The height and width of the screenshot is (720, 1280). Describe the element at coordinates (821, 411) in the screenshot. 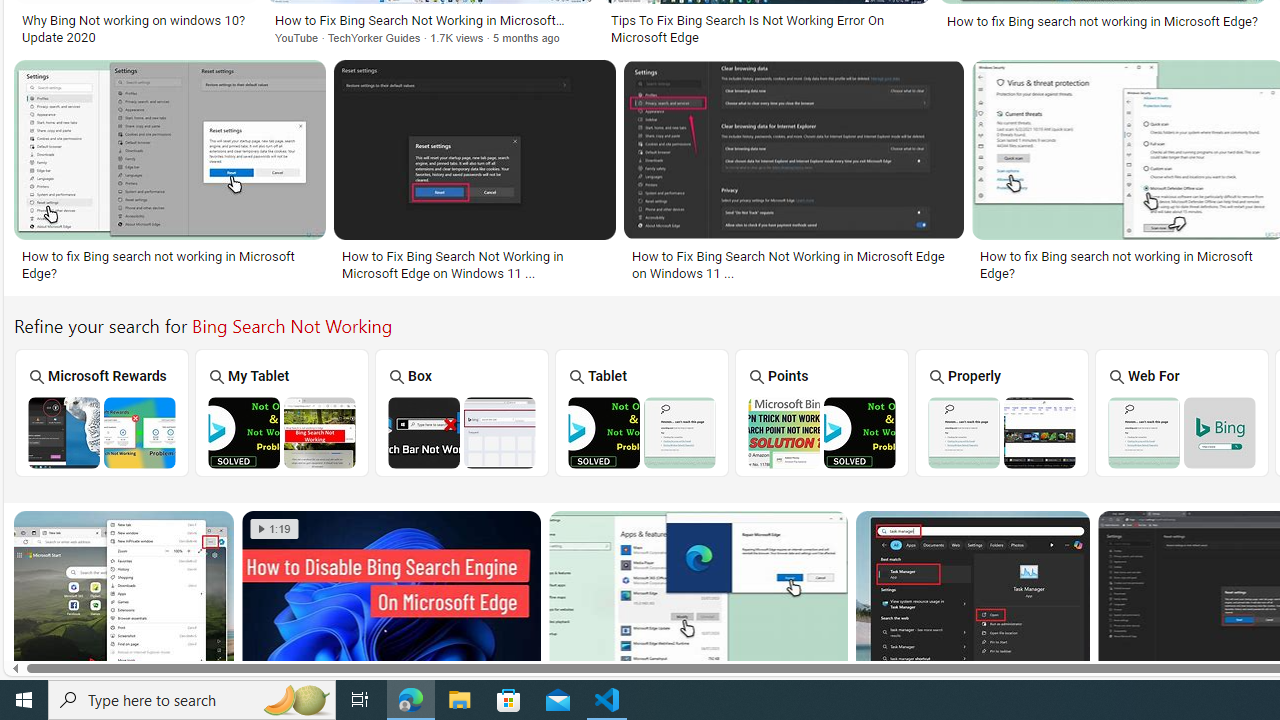

I see `'Bing Search Points Not Working Points'` at that location.